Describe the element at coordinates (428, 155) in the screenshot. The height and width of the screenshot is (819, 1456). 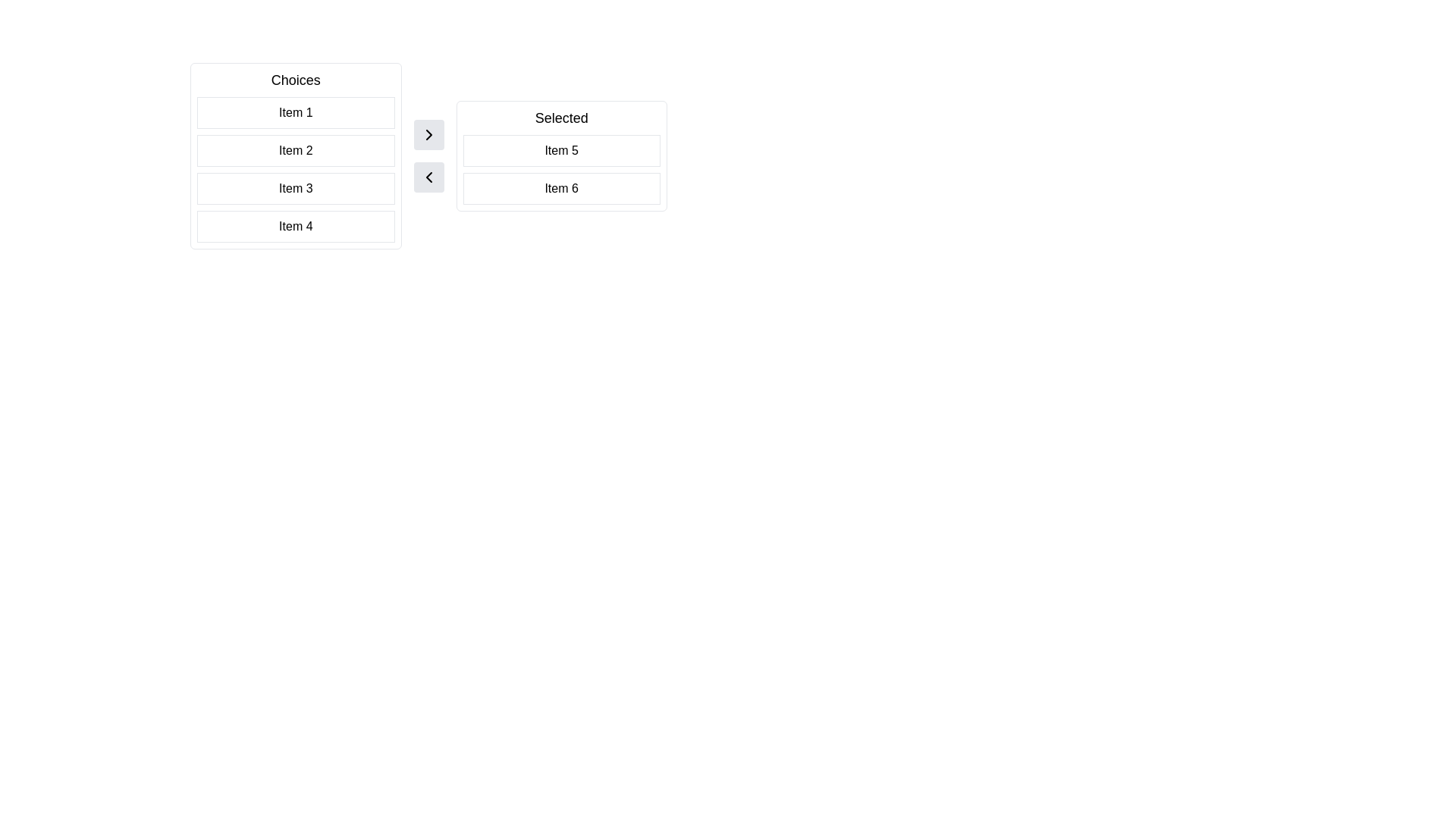
I see `the upper button with the right-facing arrow in the component grouping two interactive buttons, which is centrally positioned between the 'Choices' and 'Selected' lists` at that location.